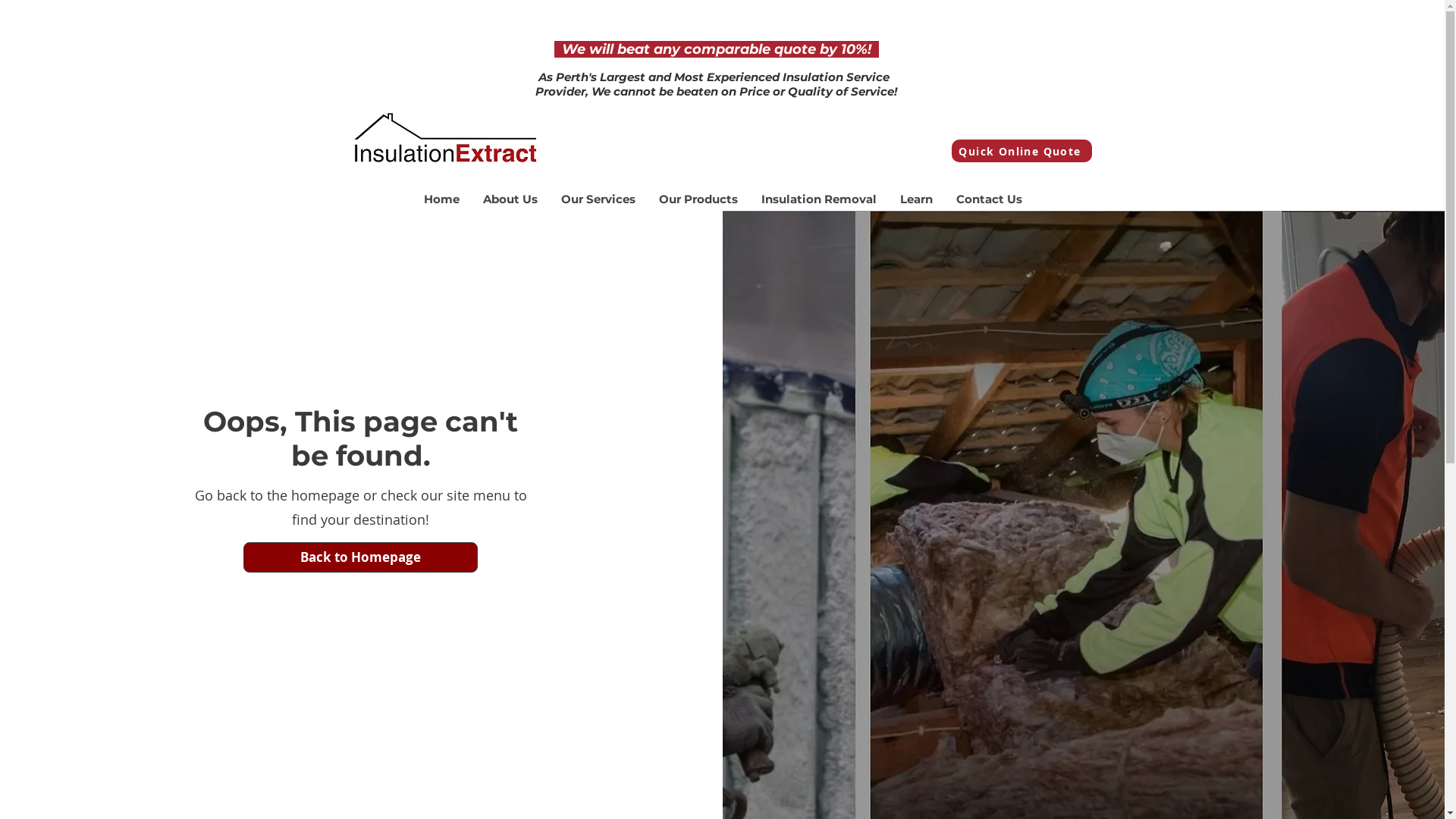 The width and height of the screenshot is (1456, 819). Describe the element at coordinates (359, 557) in the screenshot. I see `'Back to Homepage'` at that location.